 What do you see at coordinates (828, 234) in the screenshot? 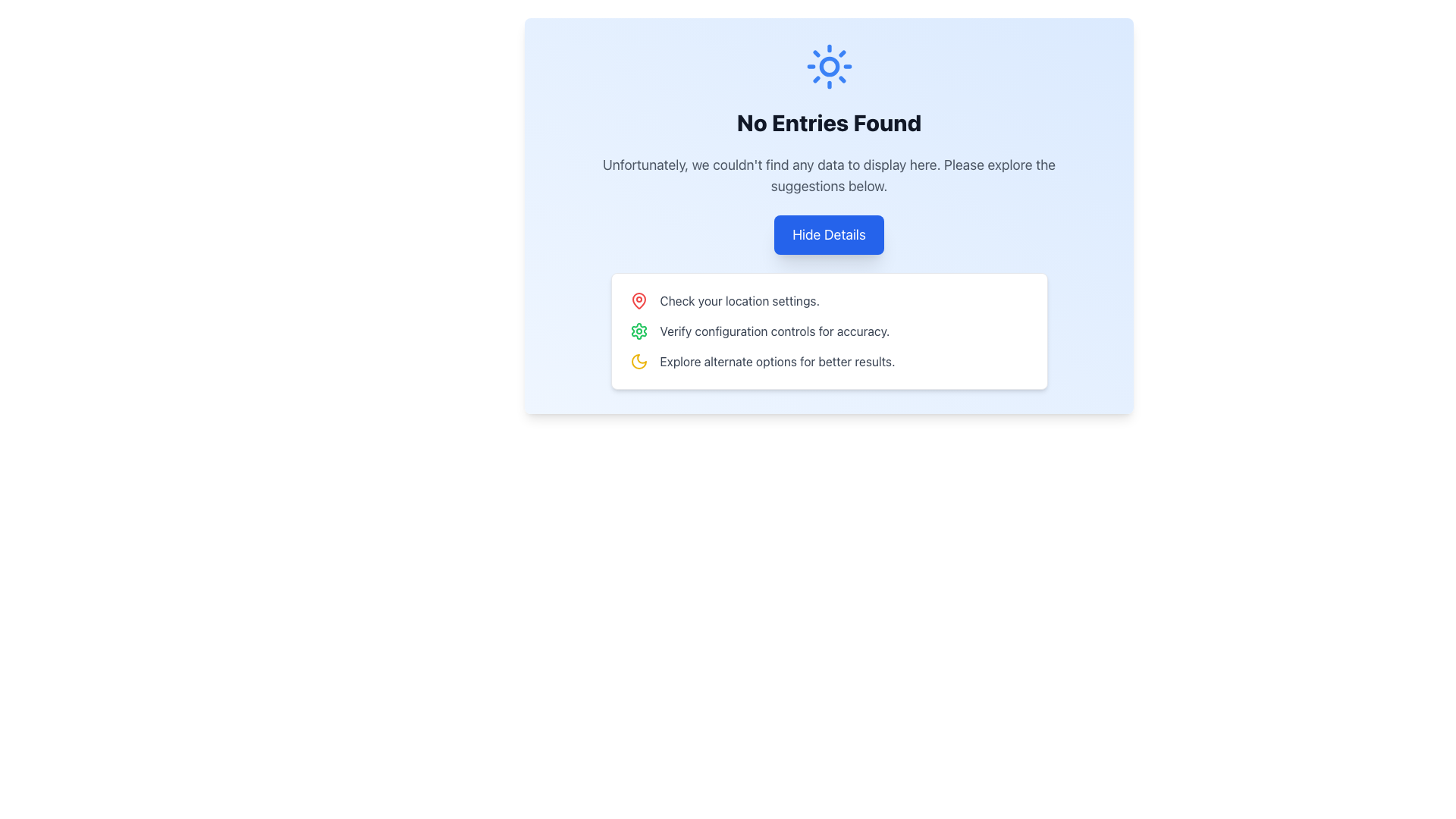
I see `the button that hides additional details or suggestions, located within a blue-themed rectangular card below a 'no entries found' paragraph` at bounding box center [828, 234].